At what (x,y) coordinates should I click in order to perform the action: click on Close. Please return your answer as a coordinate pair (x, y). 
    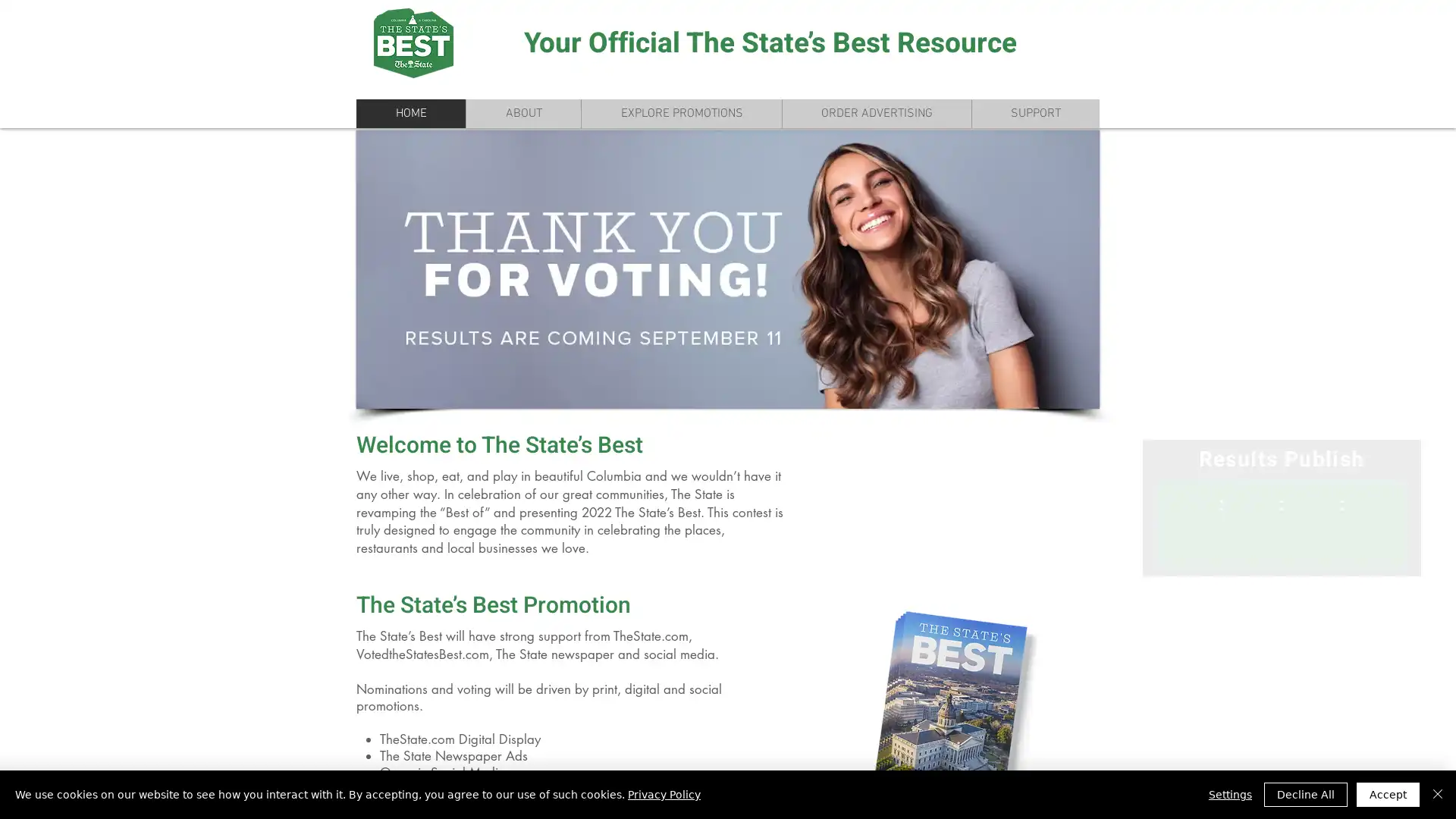
    Looking at the image, I should click on (1437, 794).